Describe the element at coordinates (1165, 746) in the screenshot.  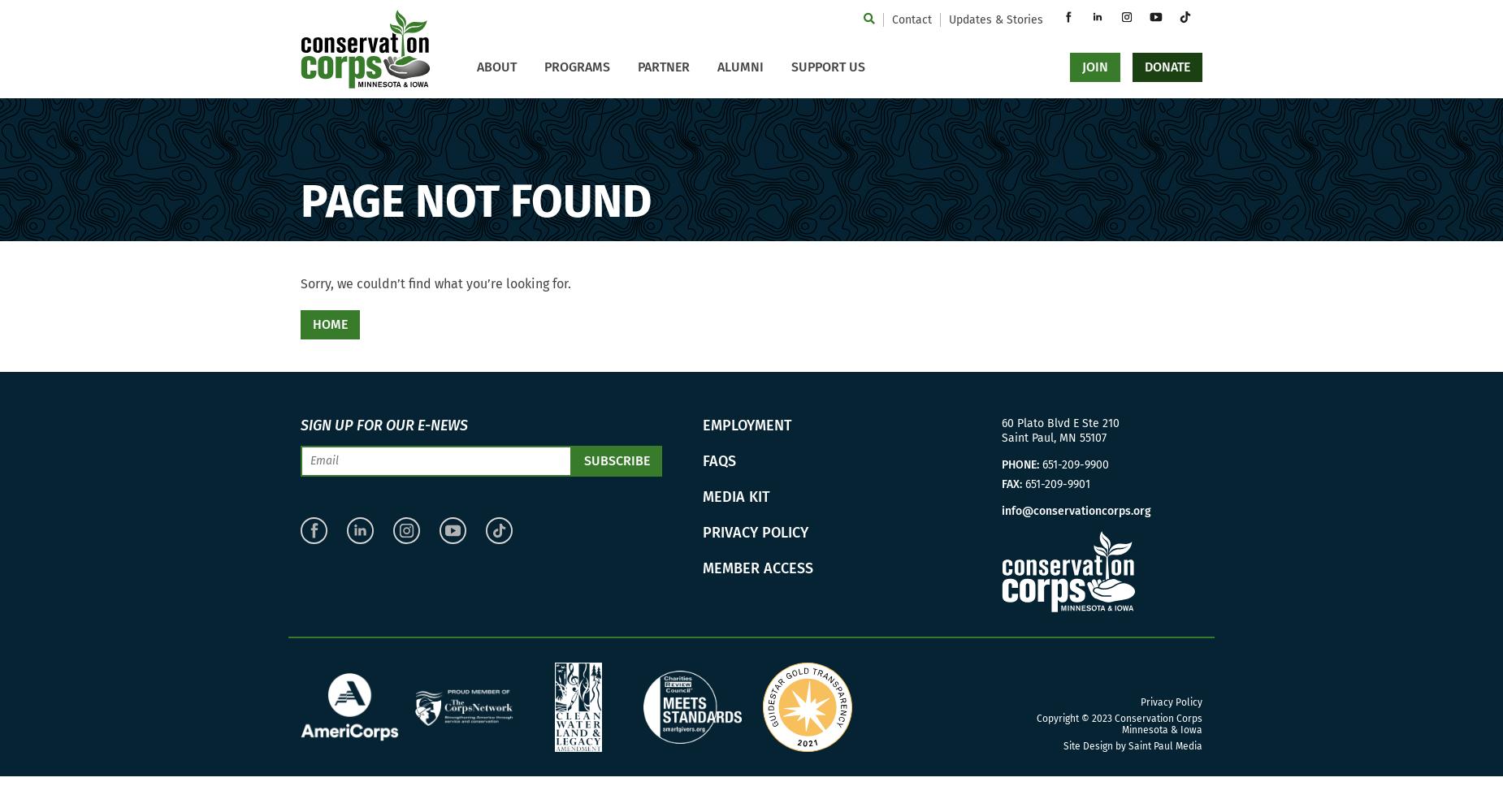
I see `'Saint Paul Media'` at that location.